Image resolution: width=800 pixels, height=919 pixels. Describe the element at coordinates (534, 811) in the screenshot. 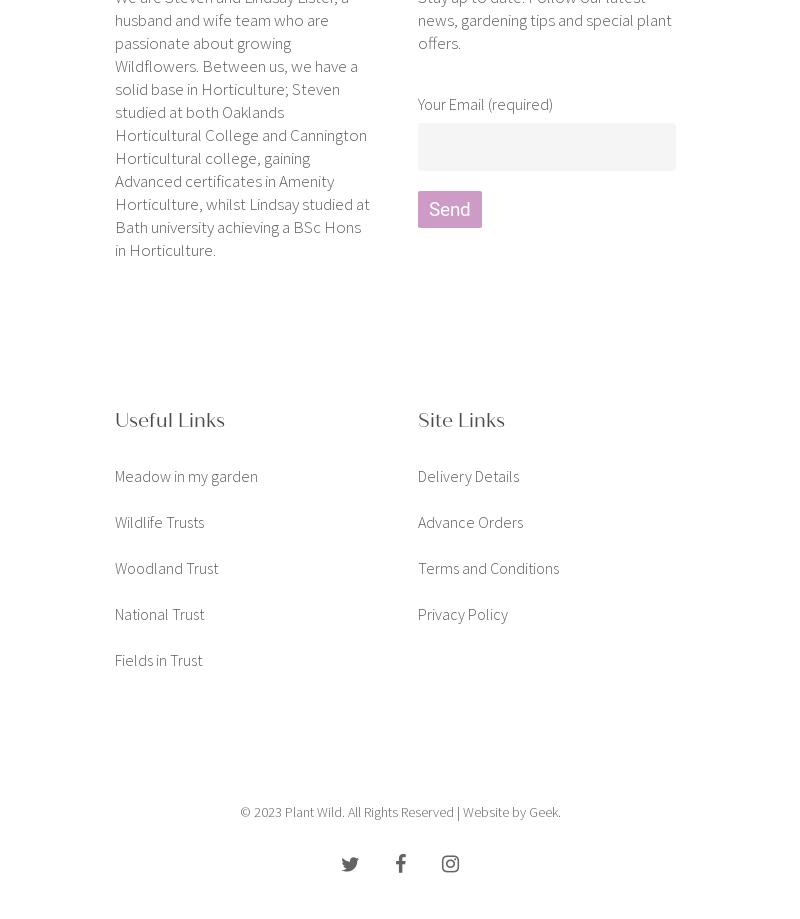

I see `'by Geek.'` at that location.